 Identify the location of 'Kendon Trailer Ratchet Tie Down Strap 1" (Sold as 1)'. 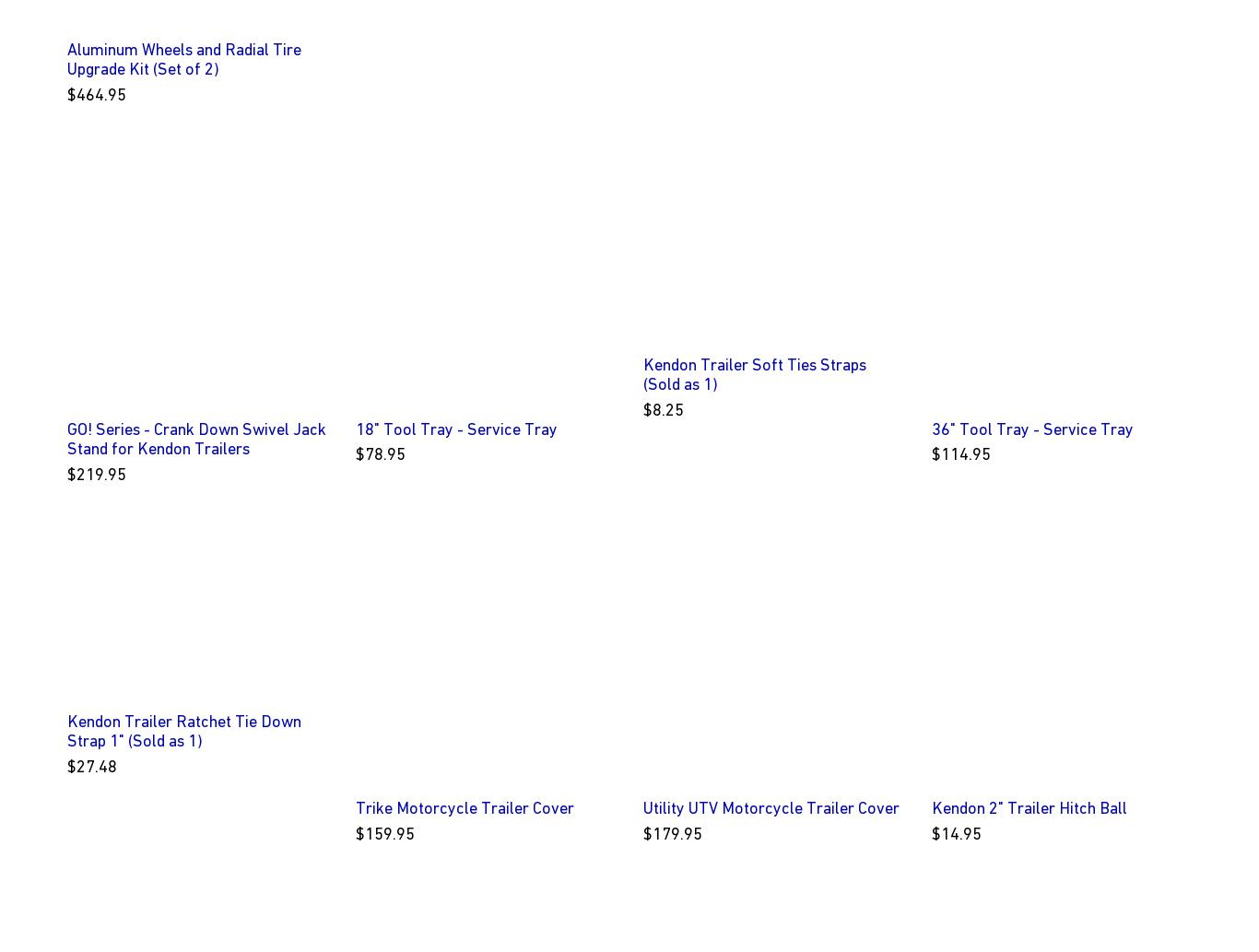
(66, 730).